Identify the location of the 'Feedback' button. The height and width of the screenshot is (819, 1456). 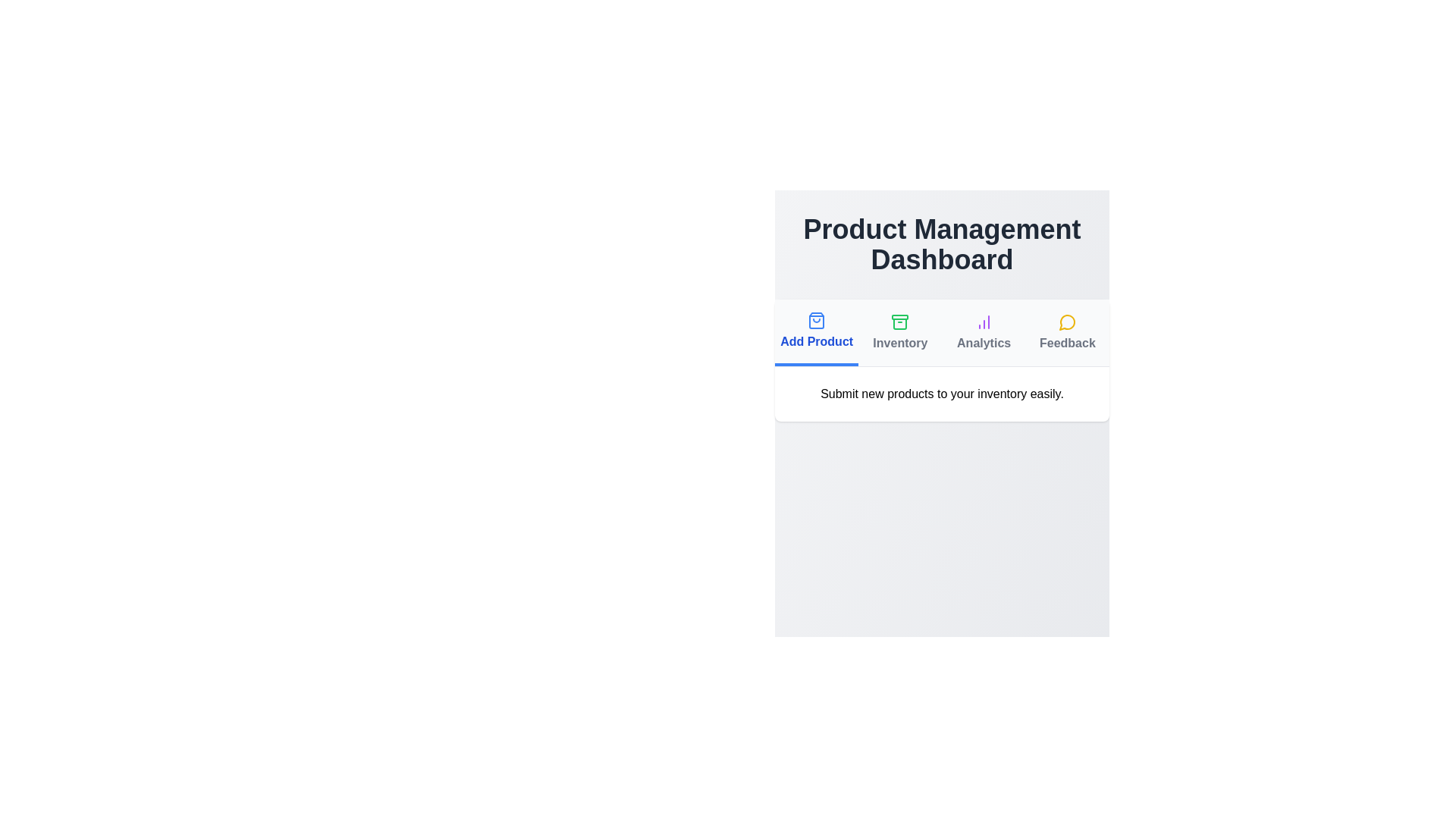
(1066, 332).